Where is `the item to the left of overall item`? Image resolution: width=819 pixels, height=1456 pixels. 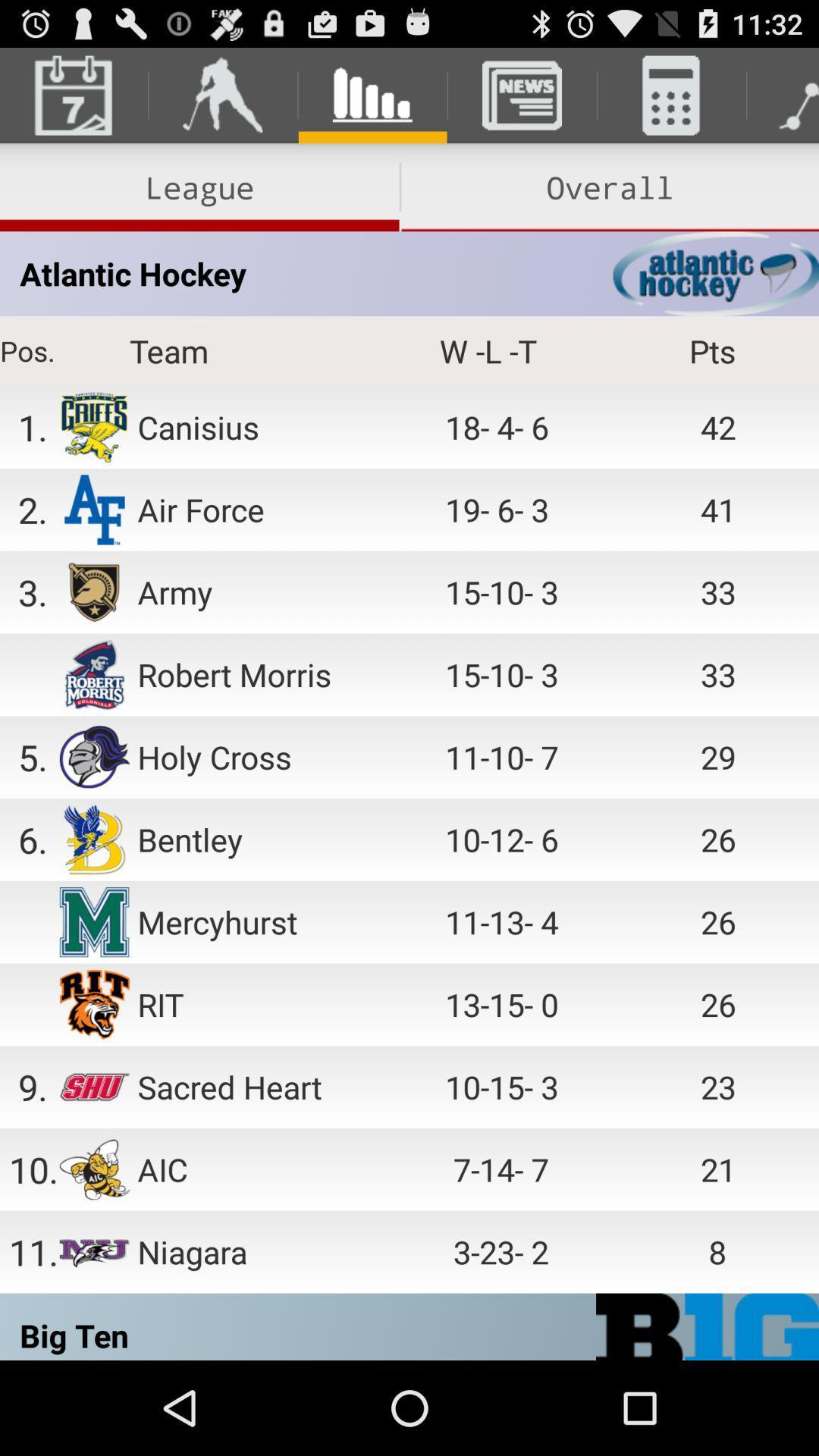 the item to the left of overall item is located at coordinates (199, 187).